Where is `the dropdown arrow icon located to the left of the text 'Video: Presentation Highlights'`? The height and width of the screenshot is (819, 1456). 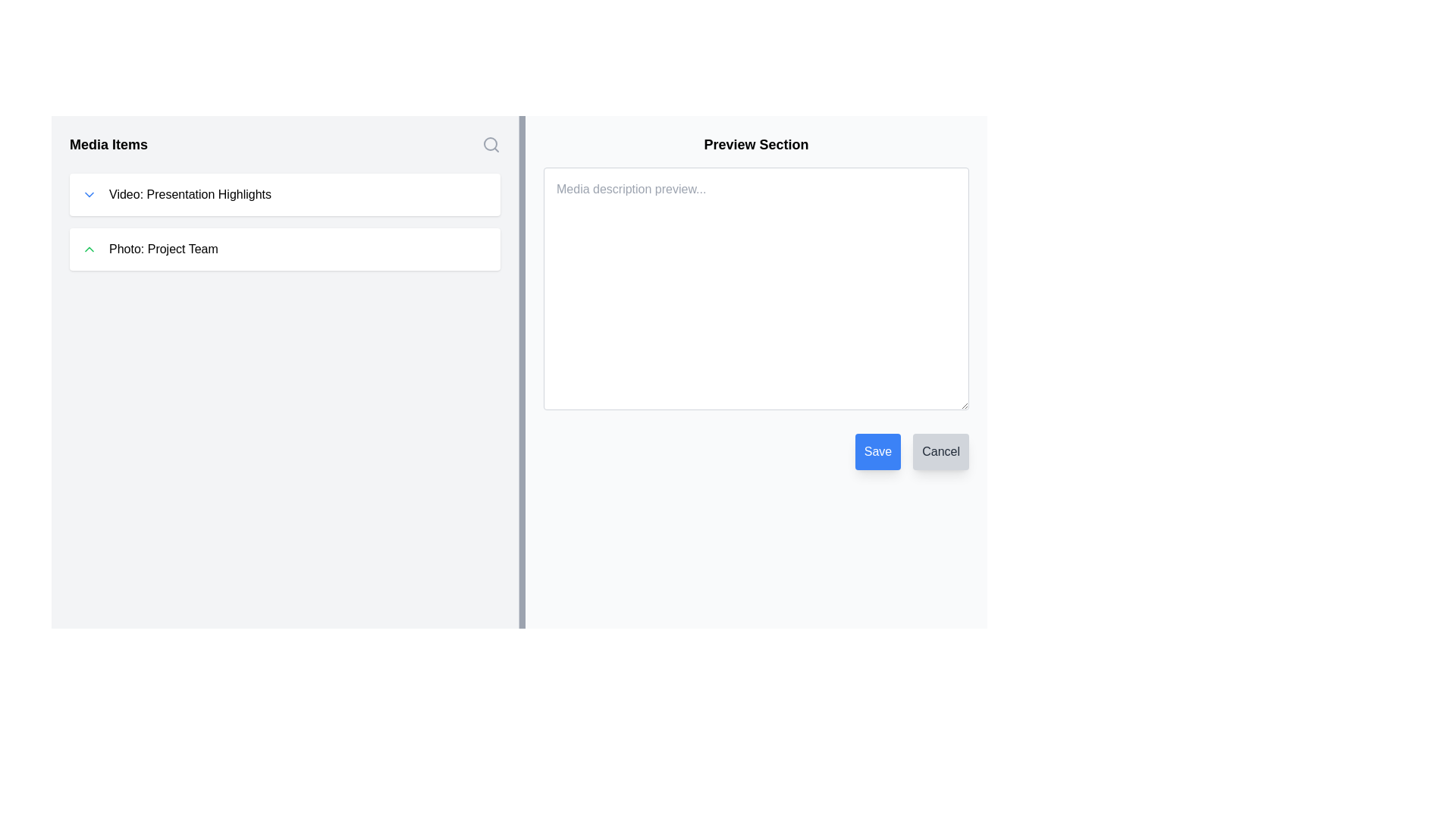
the dropdown arrow icon located to the left of the text 'Video: Presentation Highlights' is located at coordinates (89, 194).